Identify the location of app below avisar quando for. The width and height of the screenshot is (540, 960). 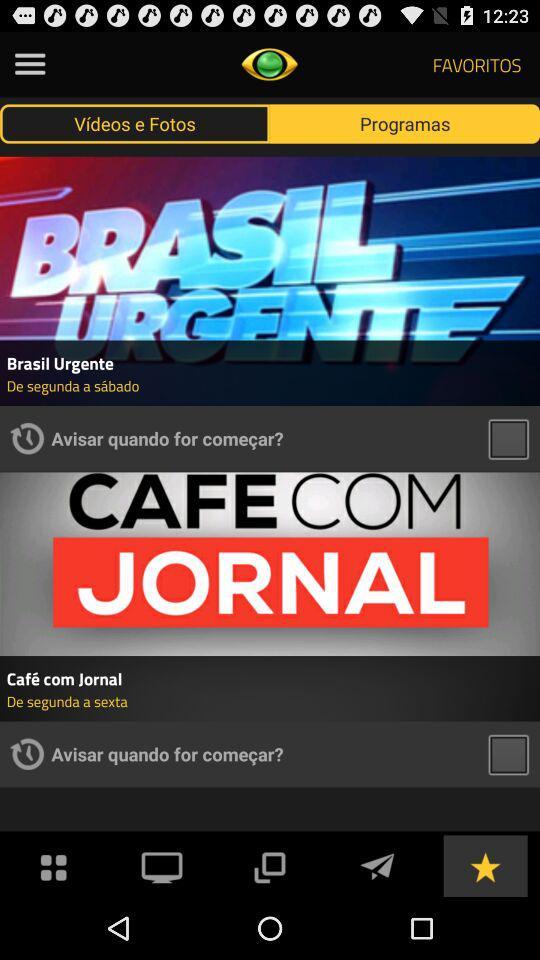
(161, 864).